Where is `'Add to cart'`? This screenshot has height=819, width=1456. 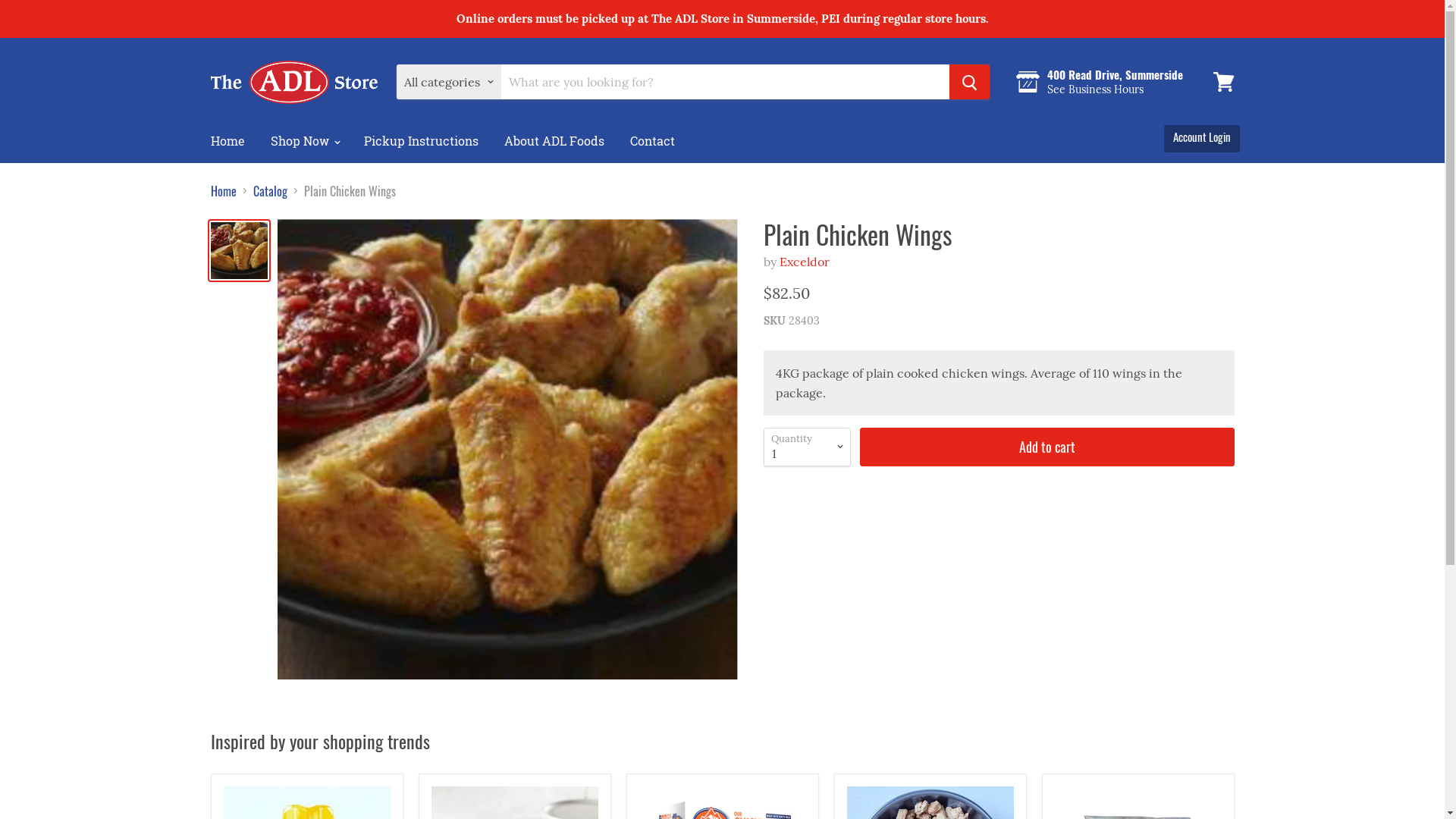
'Add to cart' is located at coordinates (1046, 446).